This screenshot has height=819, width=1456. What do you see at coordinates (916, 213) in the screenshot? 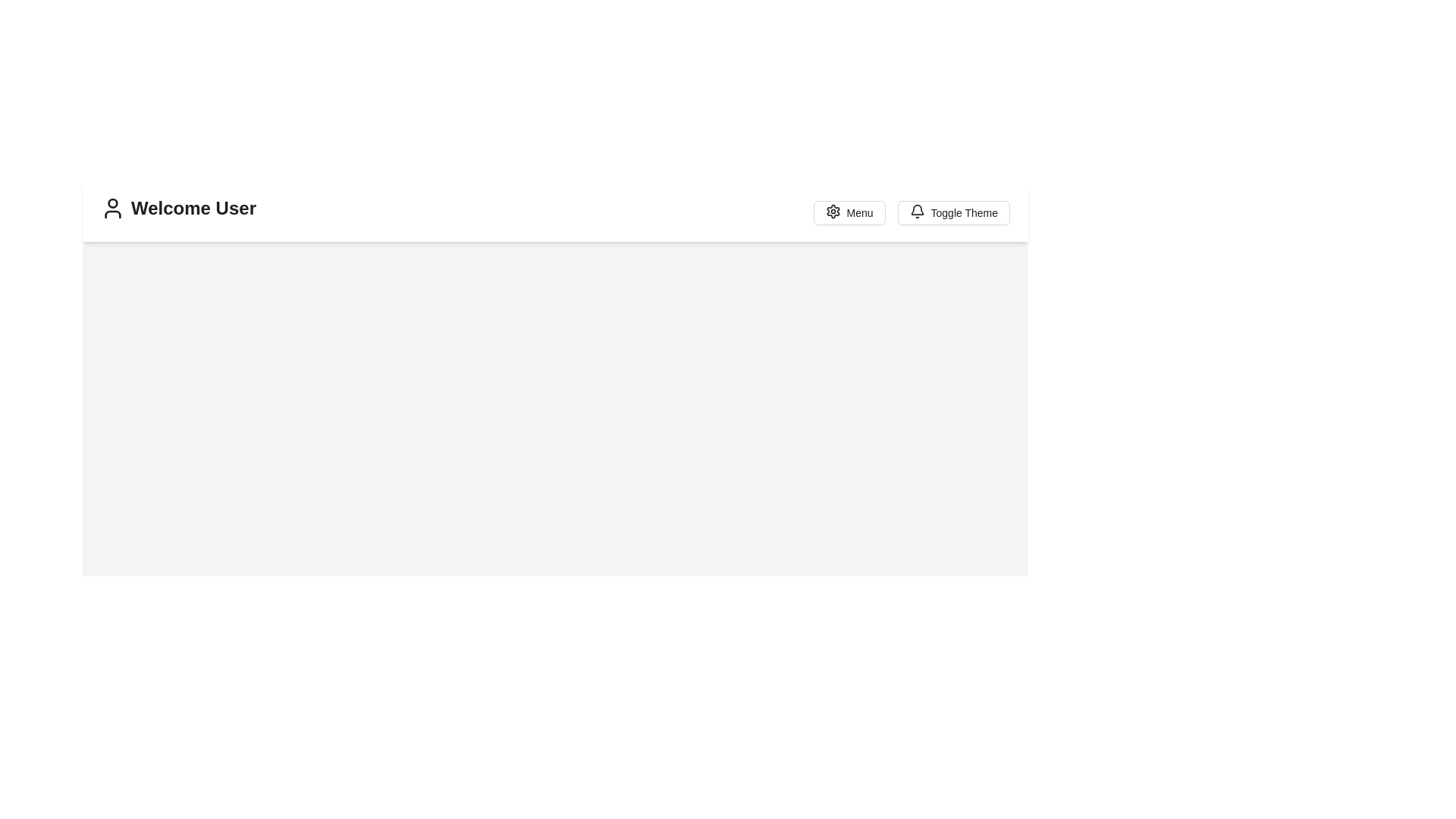
I see `the notification icon within the 'Toggle Theme' button located in the top-right section of the interface` at bounding box center [916, 213].